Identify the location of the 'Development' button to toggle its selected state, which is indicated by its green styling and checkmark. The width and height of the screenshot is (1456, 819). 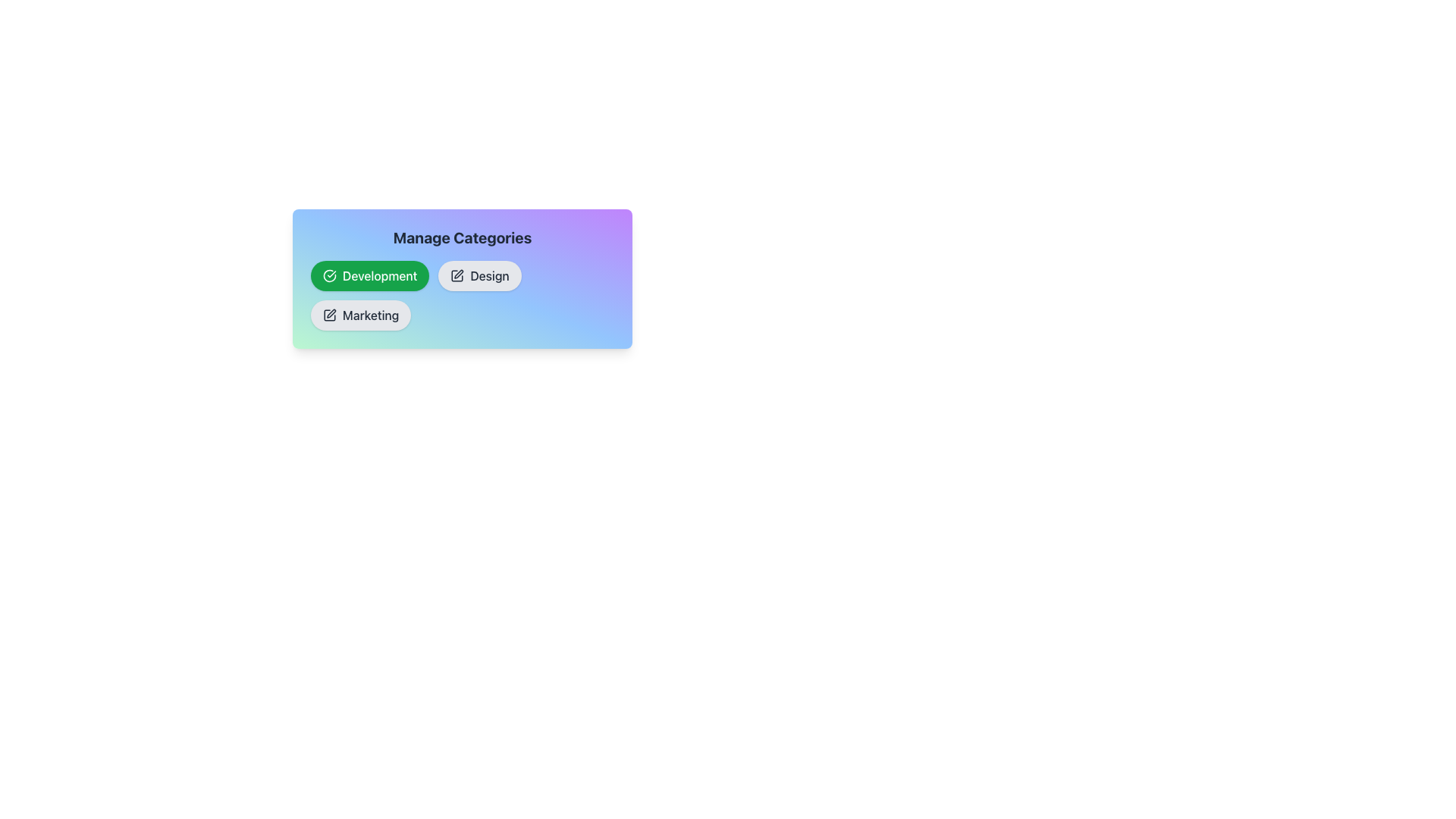
(380, 275).